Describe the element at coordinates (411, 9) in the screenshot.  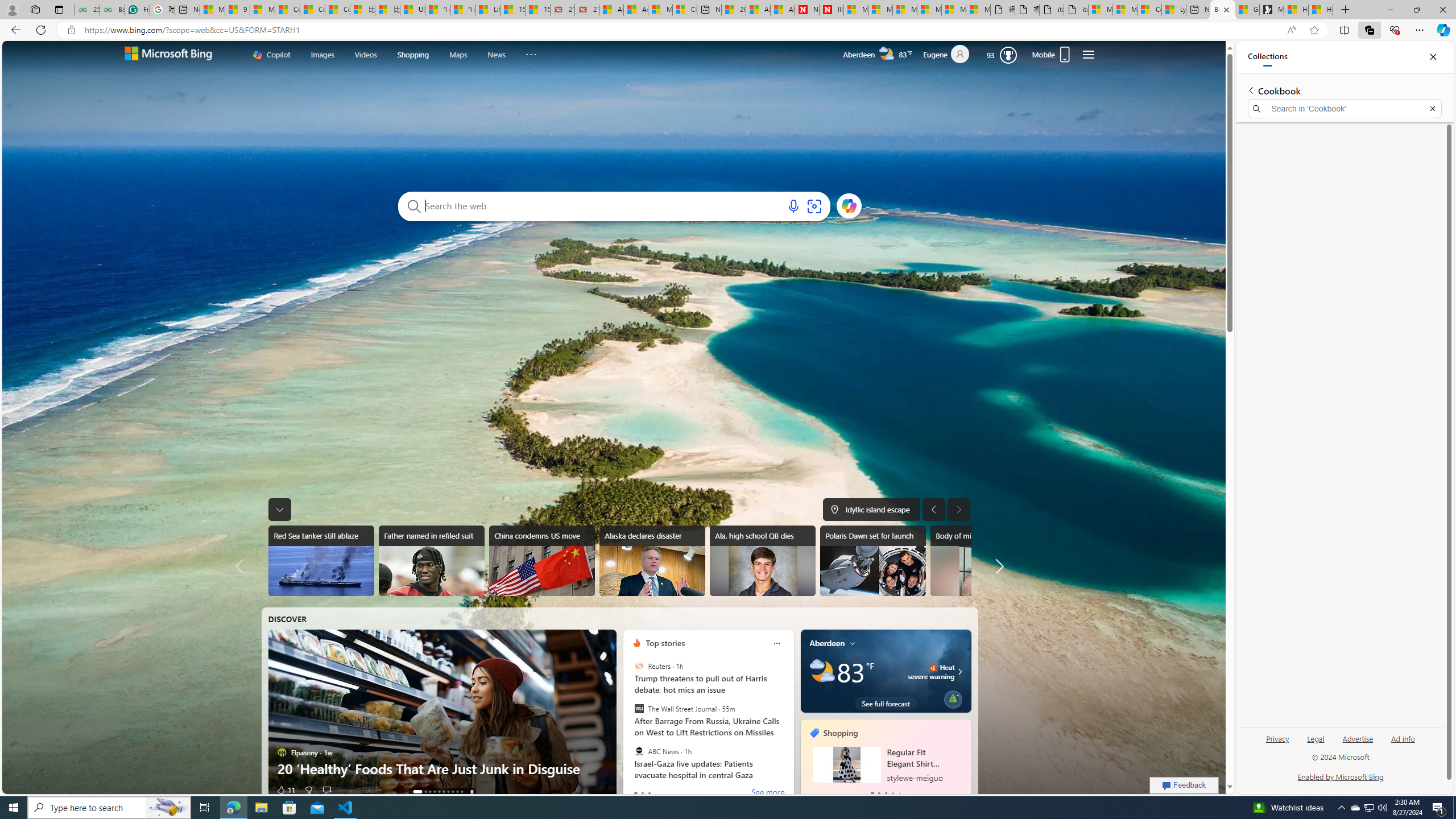
I see `'USA TODAY - MSN'` at that location.